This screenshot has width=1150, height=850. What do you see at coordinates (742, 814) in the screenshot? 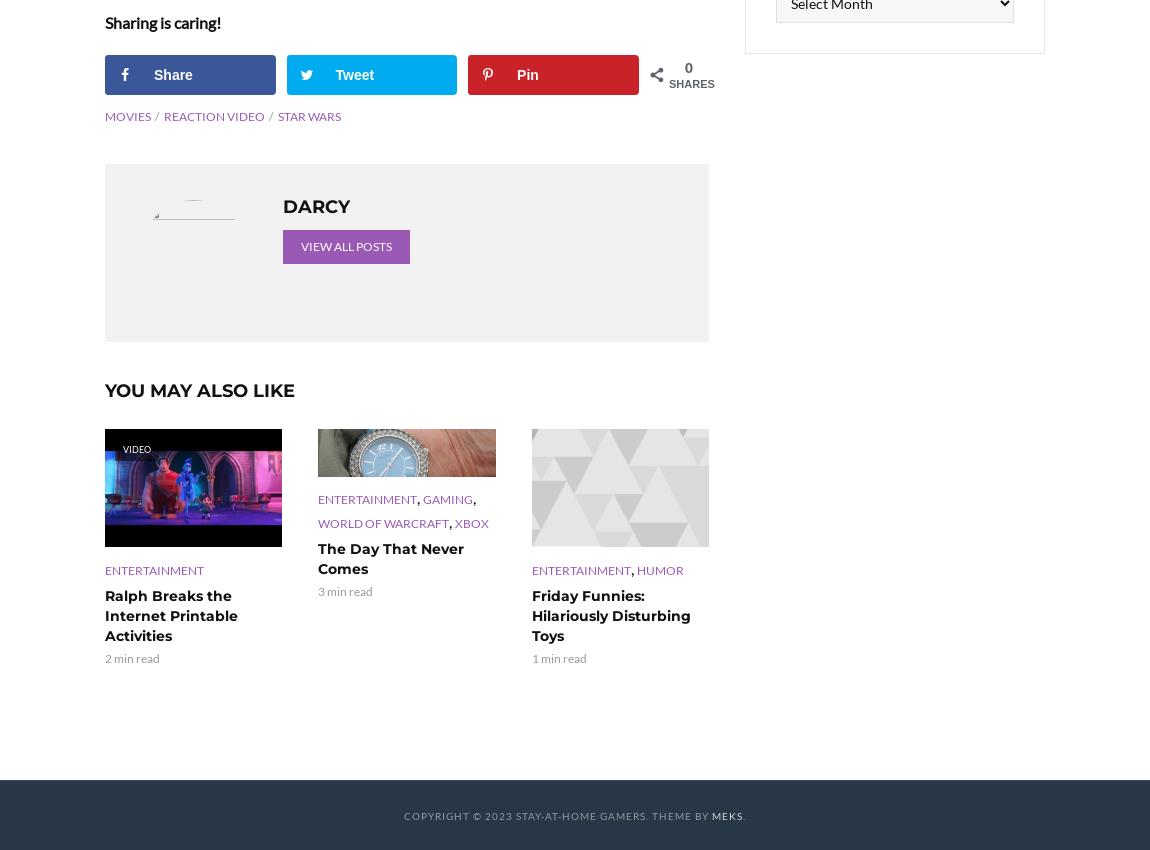
I see `'.'` at bounding box center [742, 814].